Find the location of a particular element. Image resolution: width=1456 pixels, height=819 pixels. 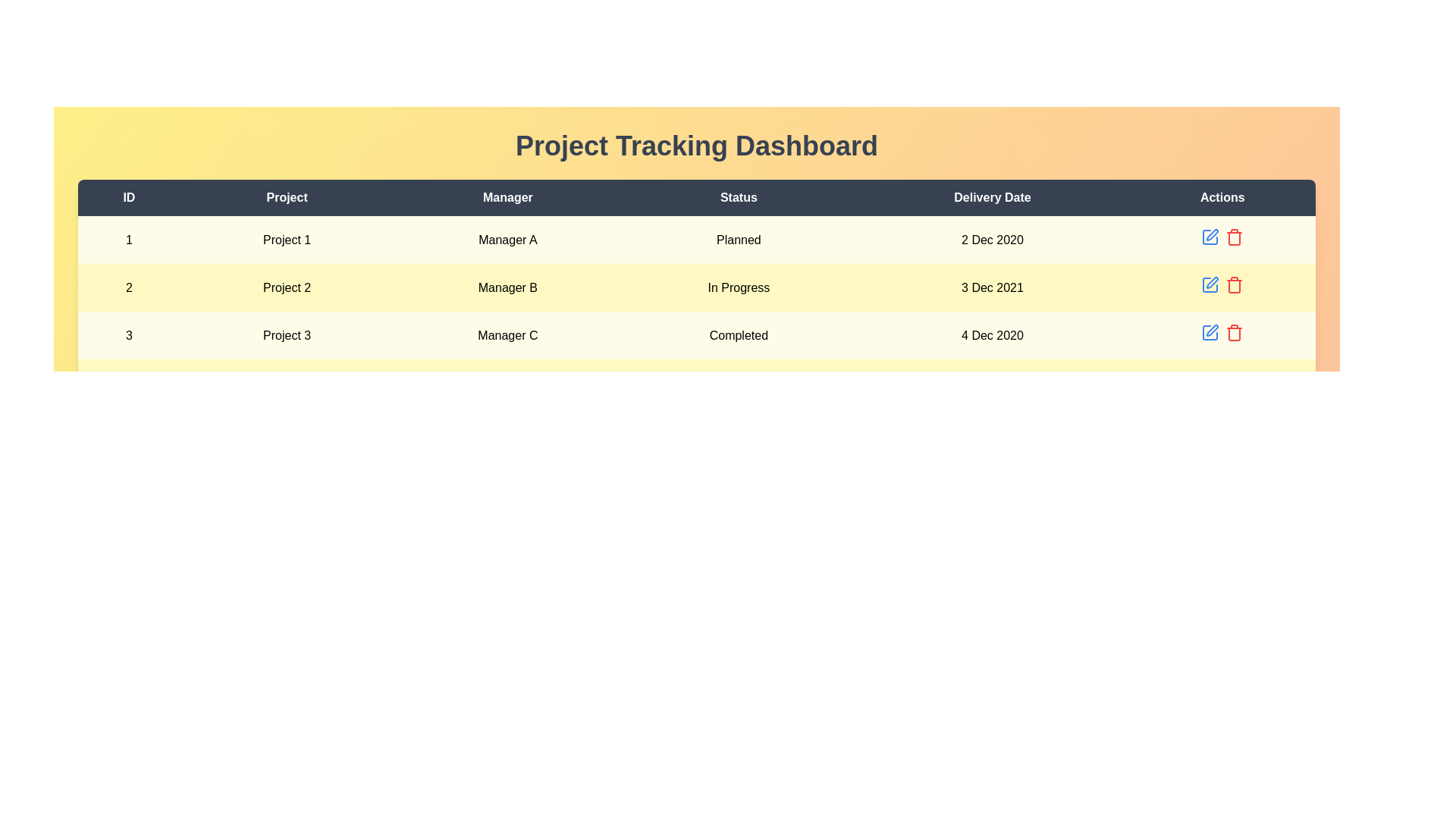

the 'Edit' button for the project with ID 2 is located at coordinates (1210, 284).